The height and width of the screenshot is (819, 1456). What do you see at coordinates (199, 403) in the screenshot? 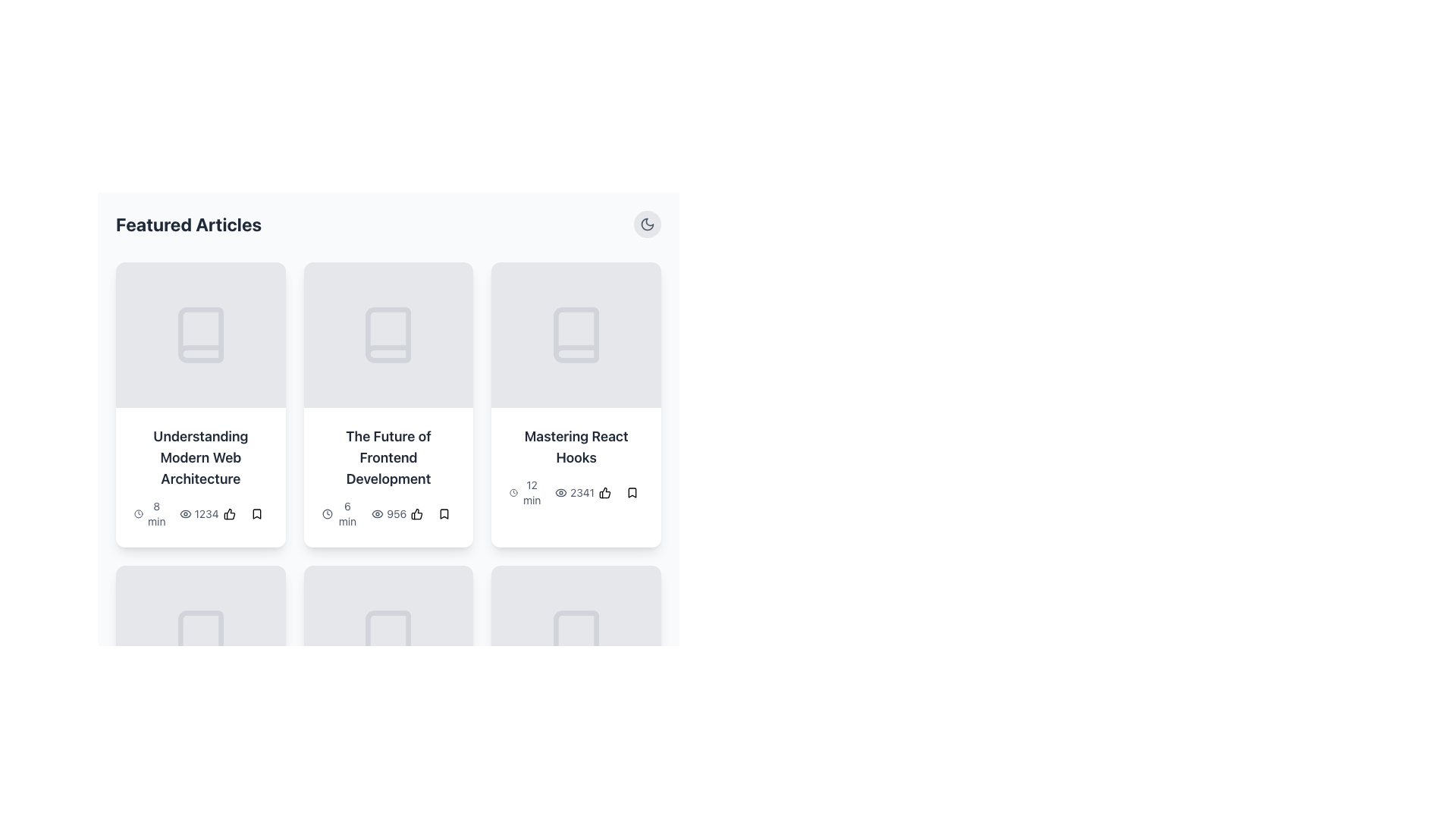
I see `the first card` at bounding box center [199, 403].